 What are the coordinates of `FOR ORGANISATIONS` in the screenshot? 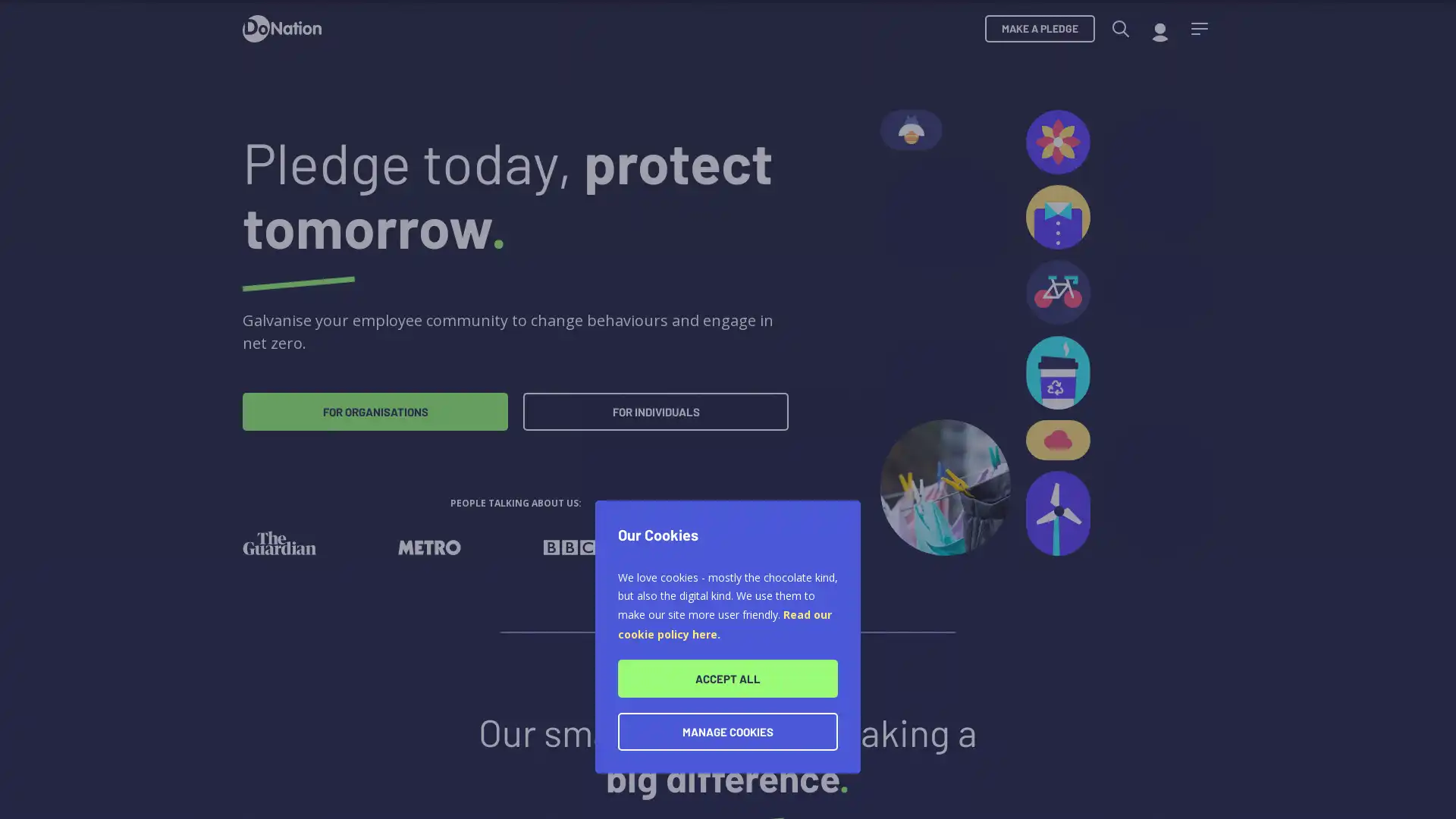 It's located at (375, 412).